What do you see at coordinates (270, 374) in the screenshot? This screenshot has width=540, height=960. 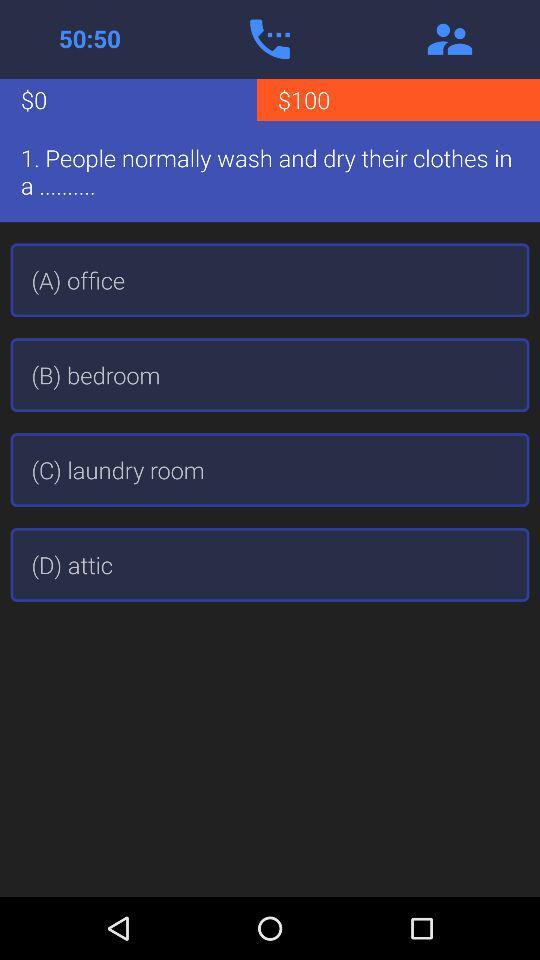 I see `icon below (a) office icon` at bounding box center [270, 374].